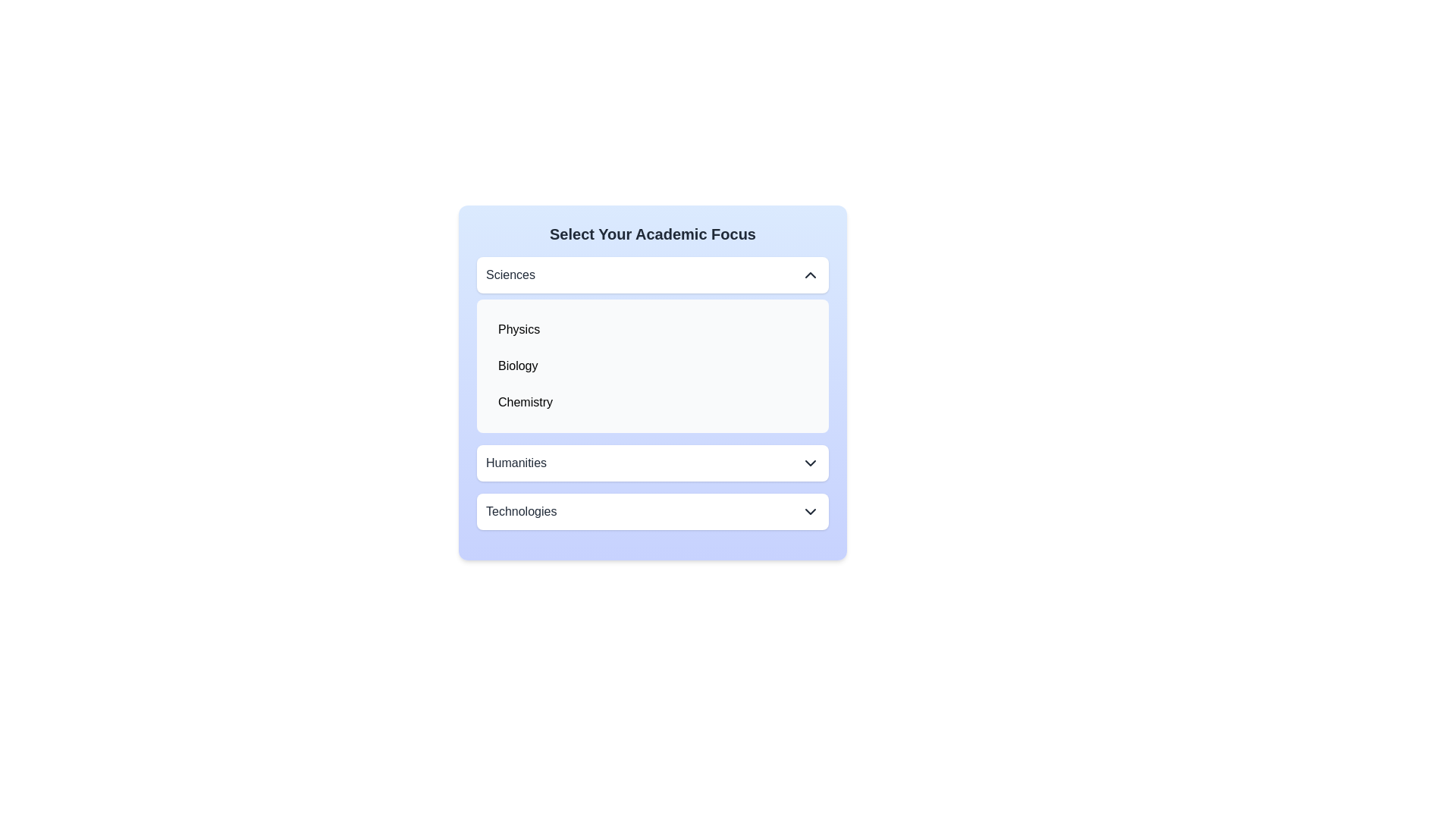 This screenshot has height=819, width=1456. Describe the element at coordinates (518, 366) in the screenshot. I see `the selectable list item labeled 'Biology'` at that location.